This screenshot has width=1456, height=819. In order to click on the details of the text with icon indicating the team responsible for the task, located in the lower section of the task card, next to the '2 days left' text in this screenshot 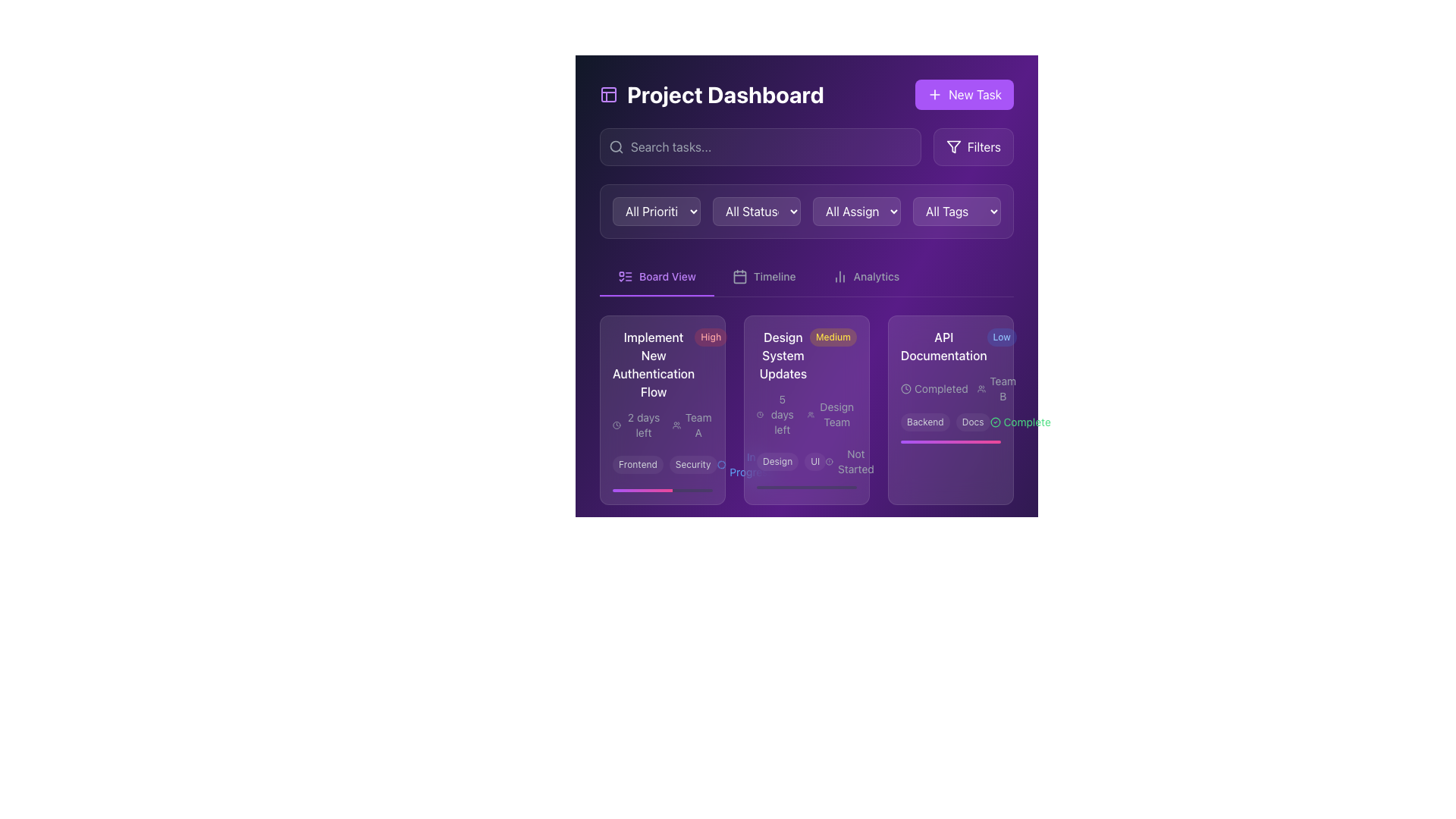, I will do `click(692, 425)`.